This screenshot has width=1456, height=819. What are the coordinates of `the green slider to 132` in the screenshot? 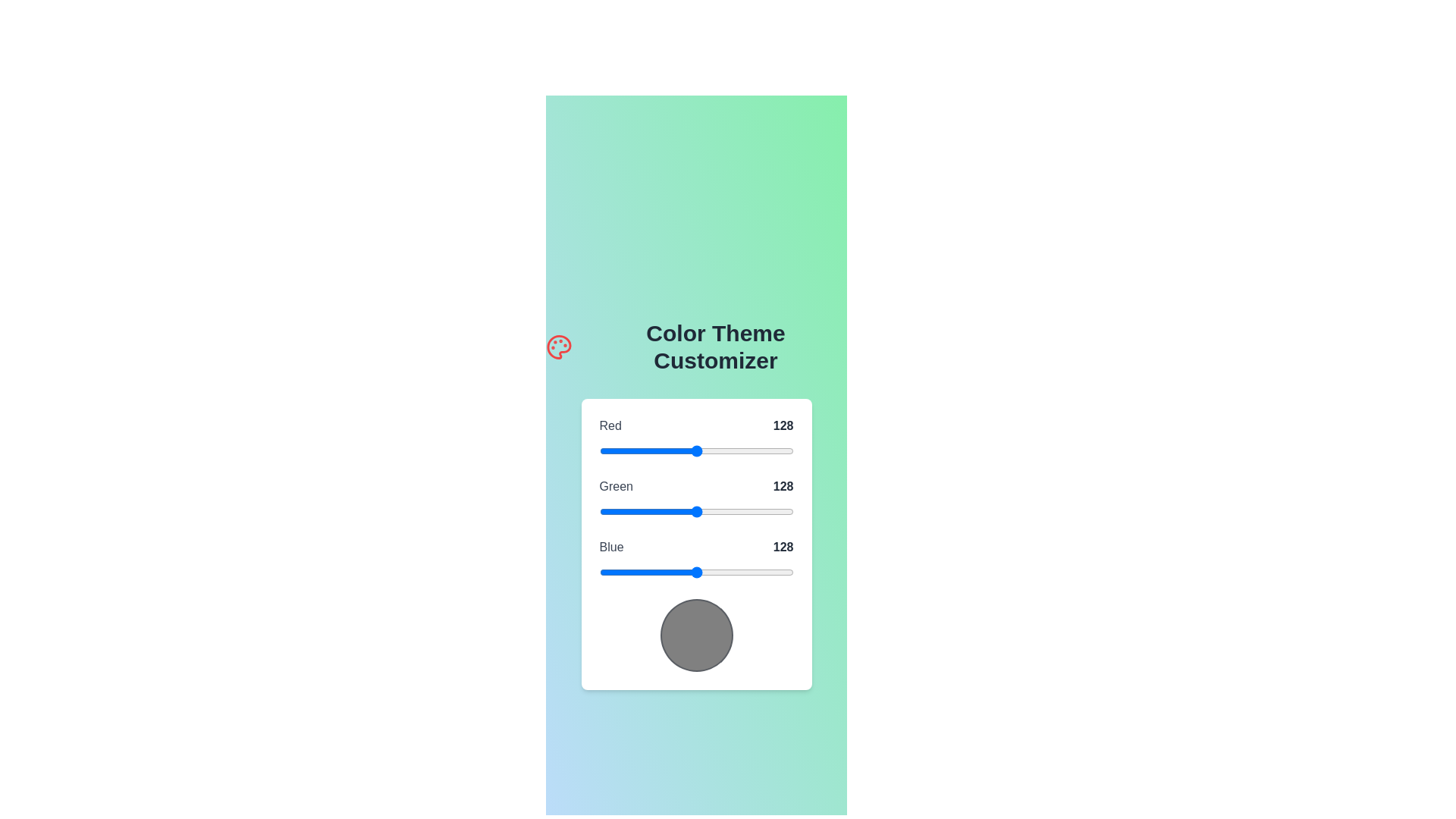 It's located at (698, 512).